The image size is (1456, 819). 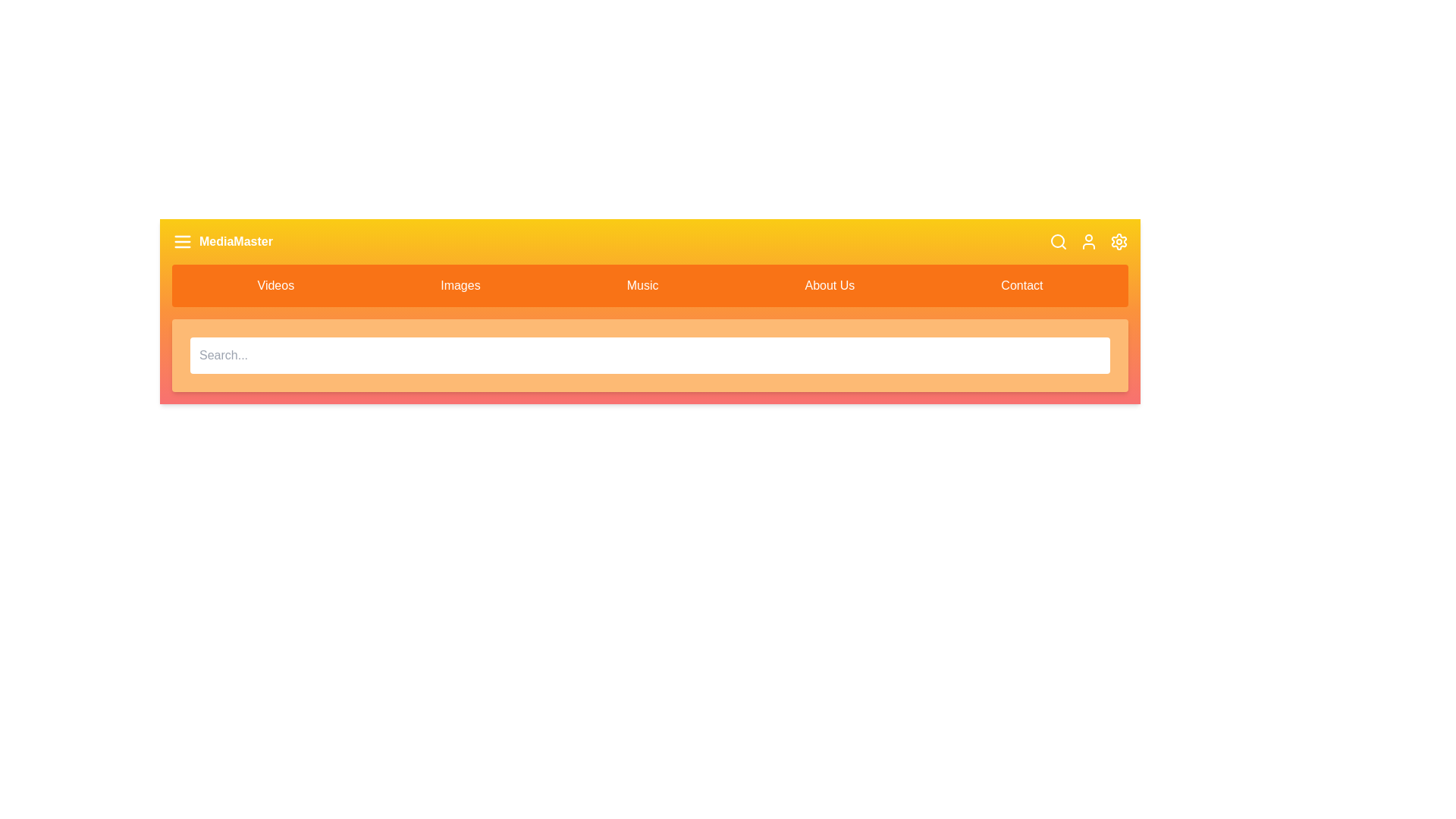 What do you see at coordinates (1021, 286) in the screenshot?
I see `the navigation item Contact to navigate` at bounding box center [1021, 286].